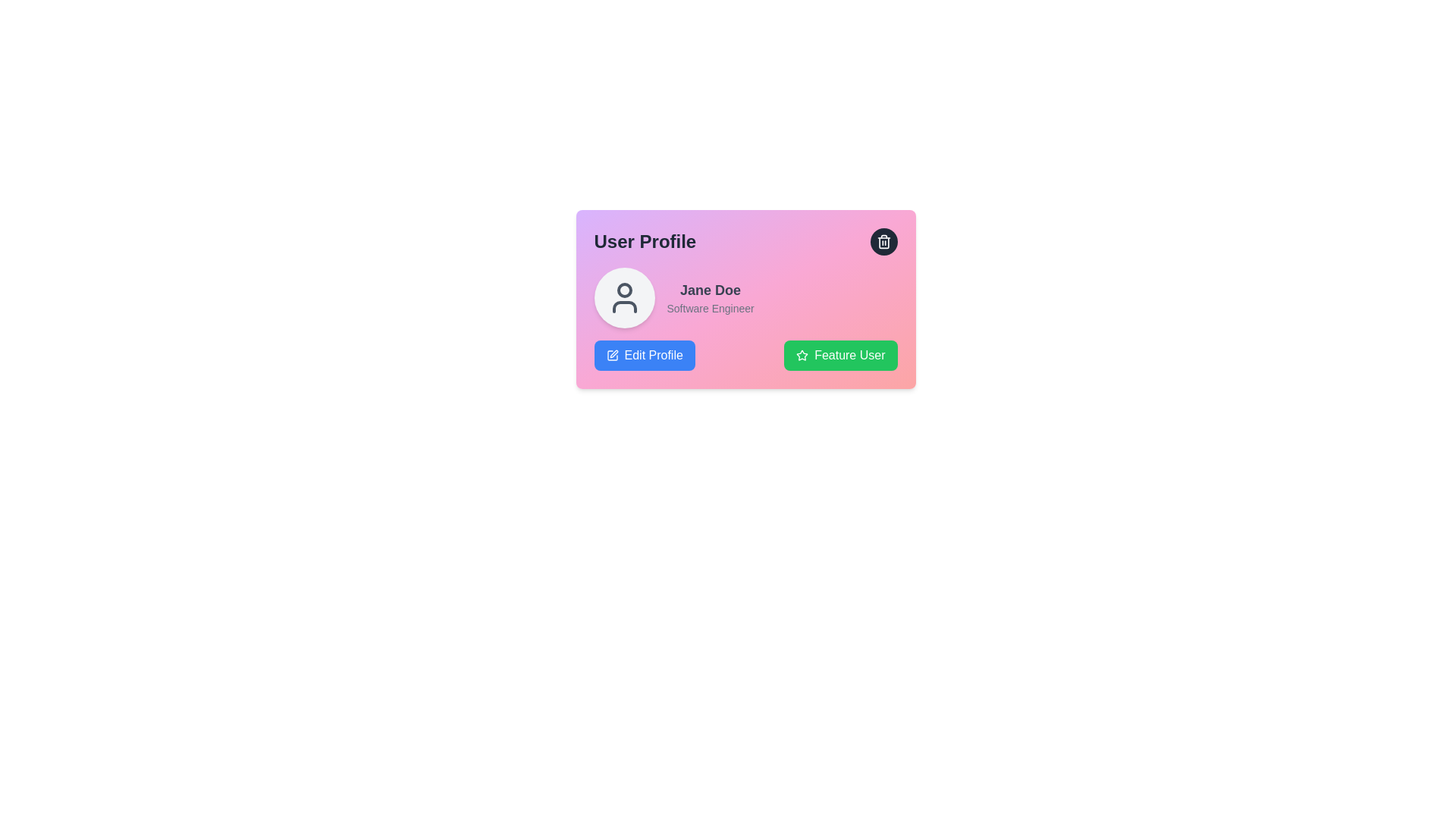 The height and width of the screenshot is (819, 1456). What do you see at coordinates (802, 356) in the screenshot?
I see `the star icon located inside the green button, to the left of the 'Feature User' text` at bounding box center [802, 356].